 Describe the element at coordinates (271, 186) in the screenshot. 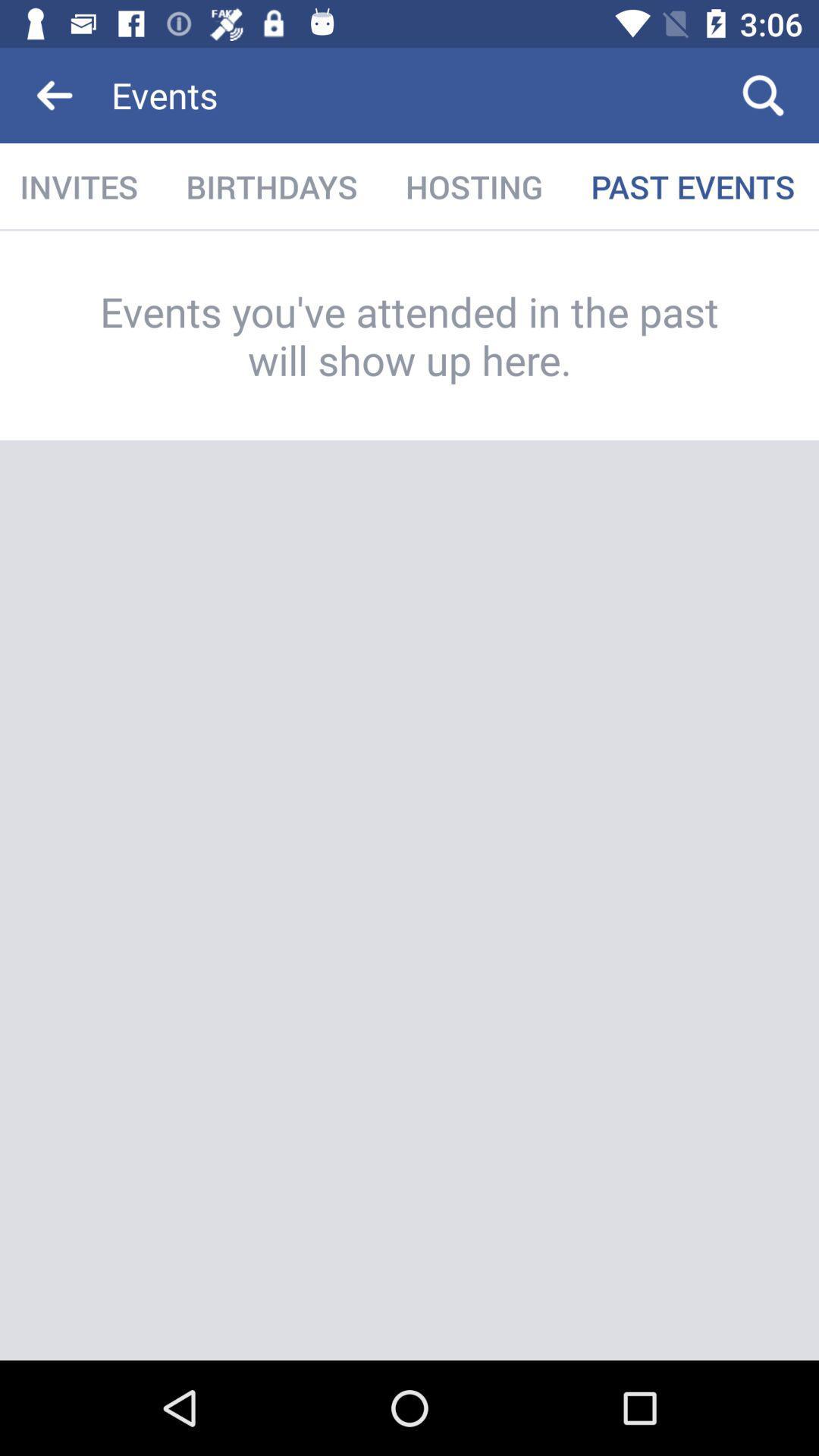

I see `the item next to hosting item` at that location.